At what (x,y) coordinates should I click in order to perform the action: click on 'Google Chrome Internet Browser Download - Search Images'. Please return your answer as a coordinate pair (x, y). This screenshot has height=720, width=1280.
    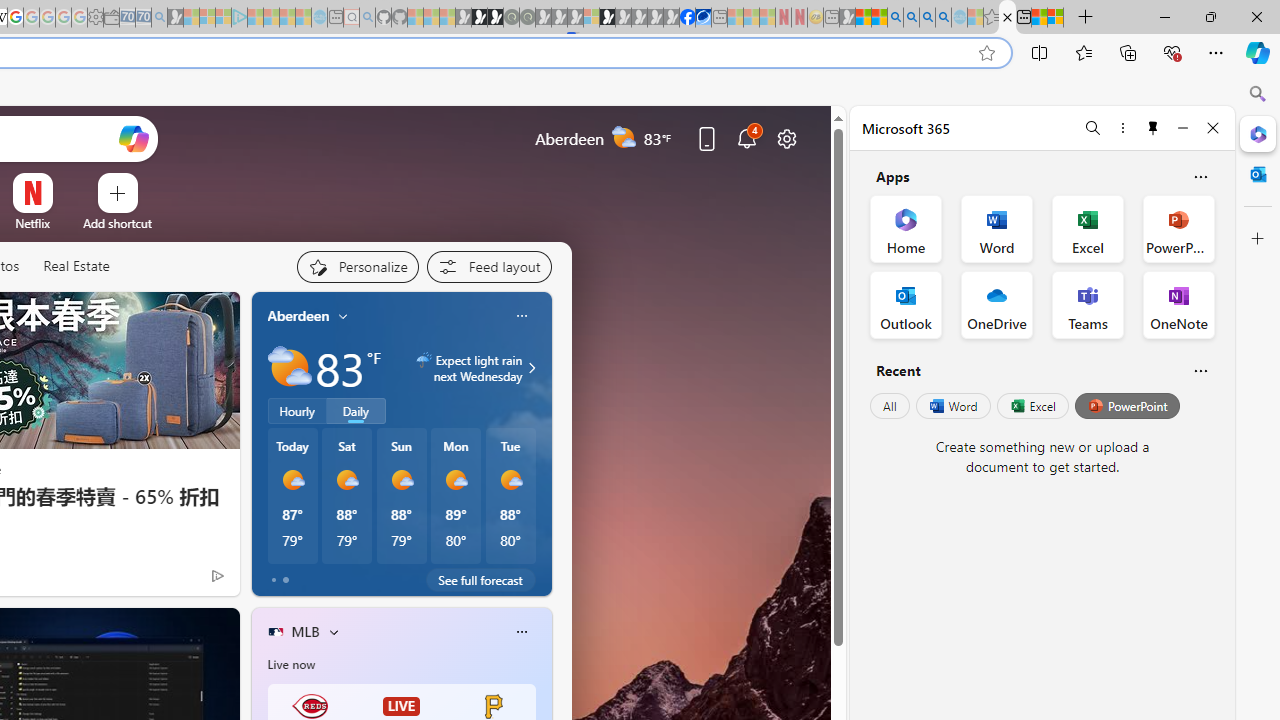
    Looking at the image, I should click on (942, 17).